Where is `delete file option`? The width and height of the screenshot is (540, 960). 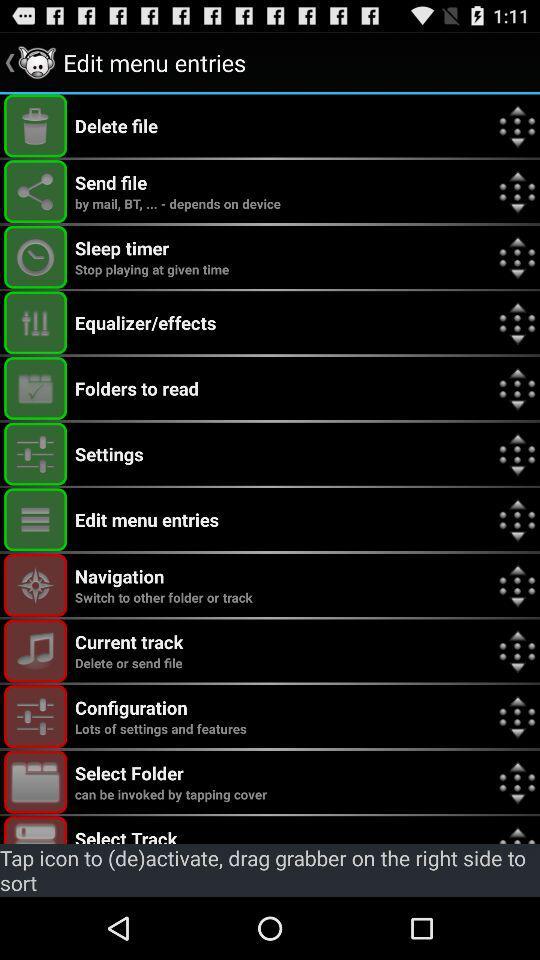 delete file option is located at coordinates (35, 125).